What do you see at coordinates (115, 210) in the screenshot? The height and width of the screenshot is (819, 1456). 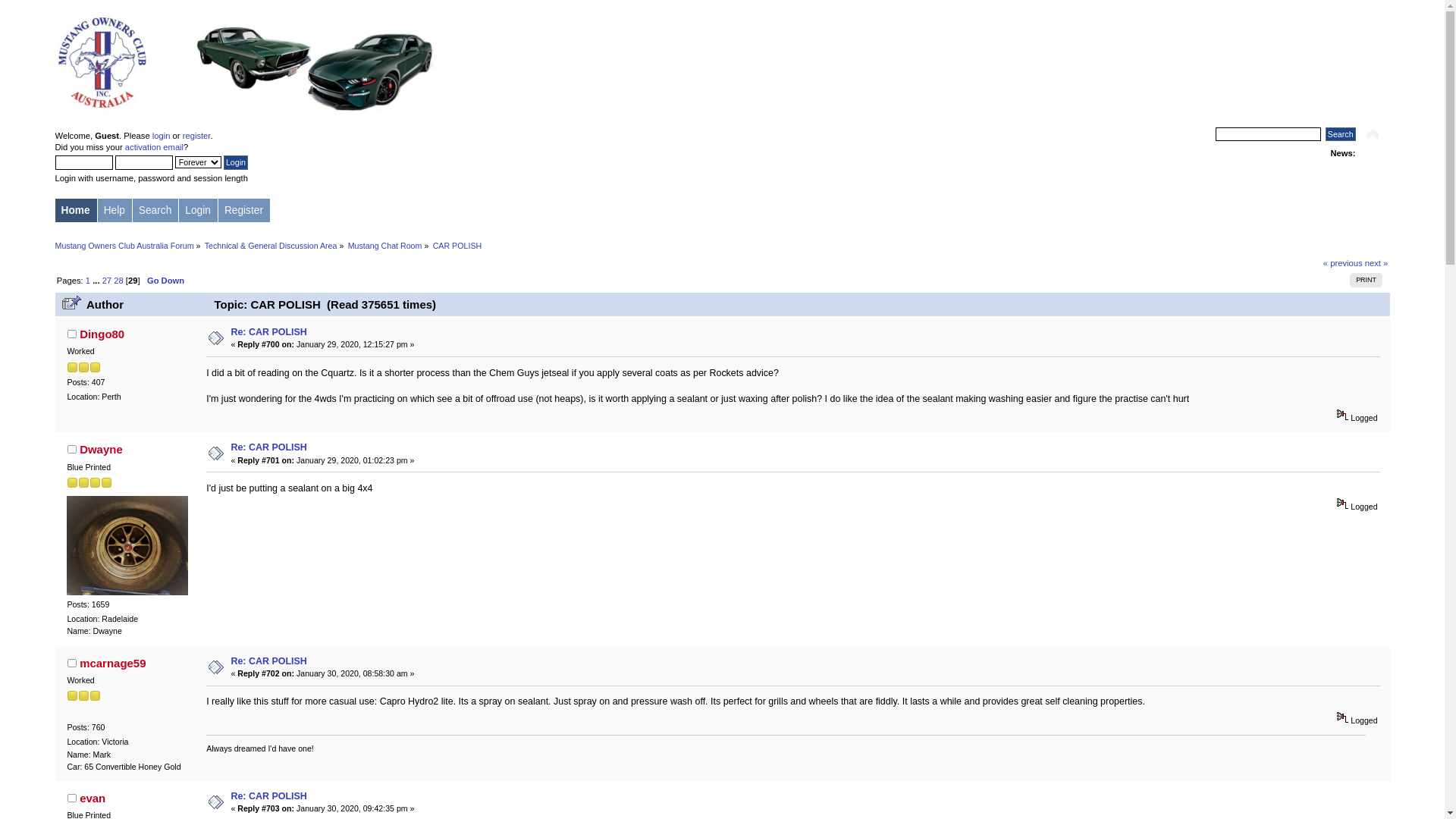 I see `'Help'` at bounding box center [115, 210].